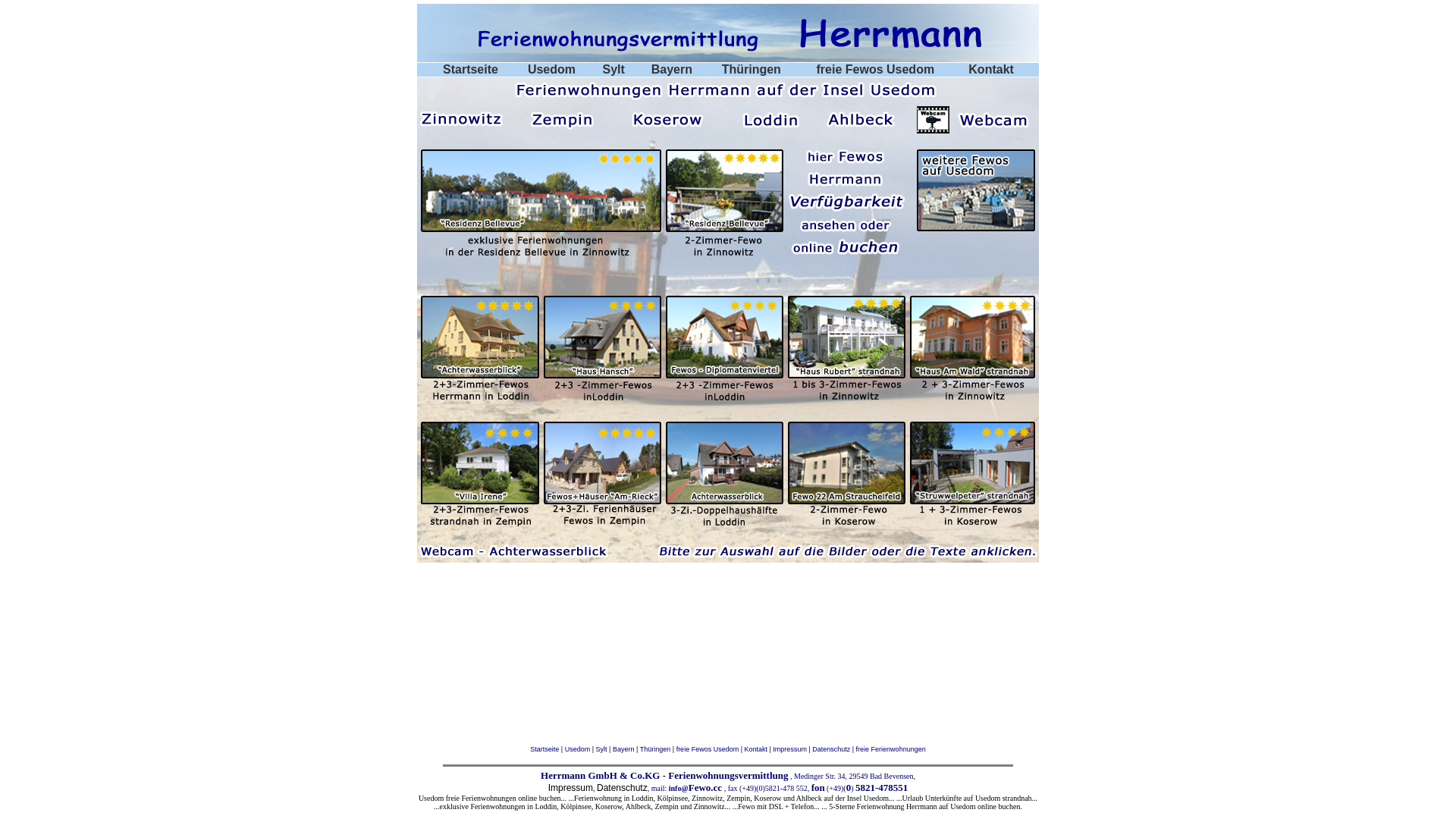 The height and width of the screenshot is (819, 1456). Describe the element at coordinates (548, 786) in the screenshot. I see `'Impressum'` at that location.